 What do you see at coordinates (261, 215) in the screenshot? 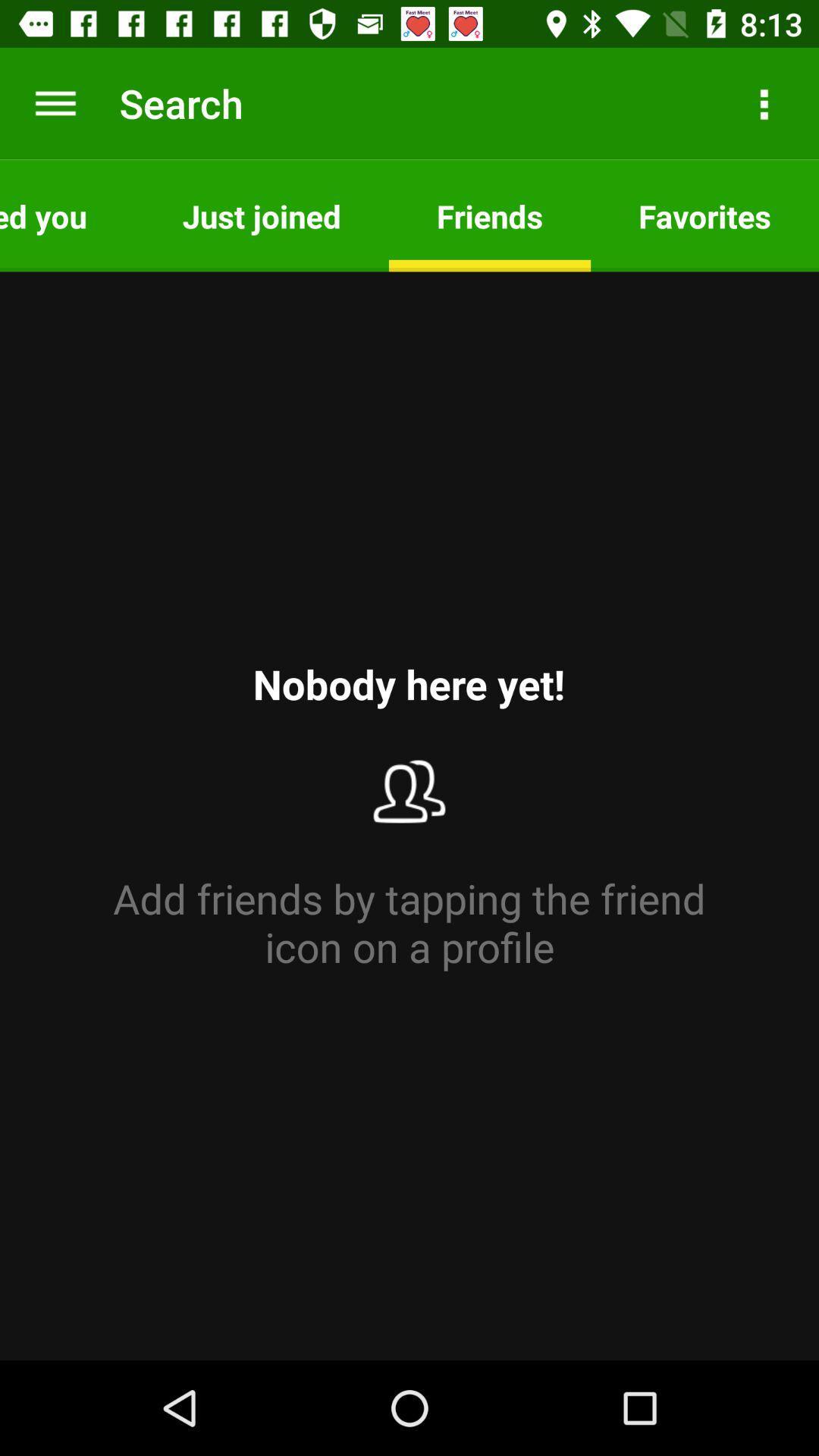
I see `the app above nobody here yet!` at bounding box center [261, 215].